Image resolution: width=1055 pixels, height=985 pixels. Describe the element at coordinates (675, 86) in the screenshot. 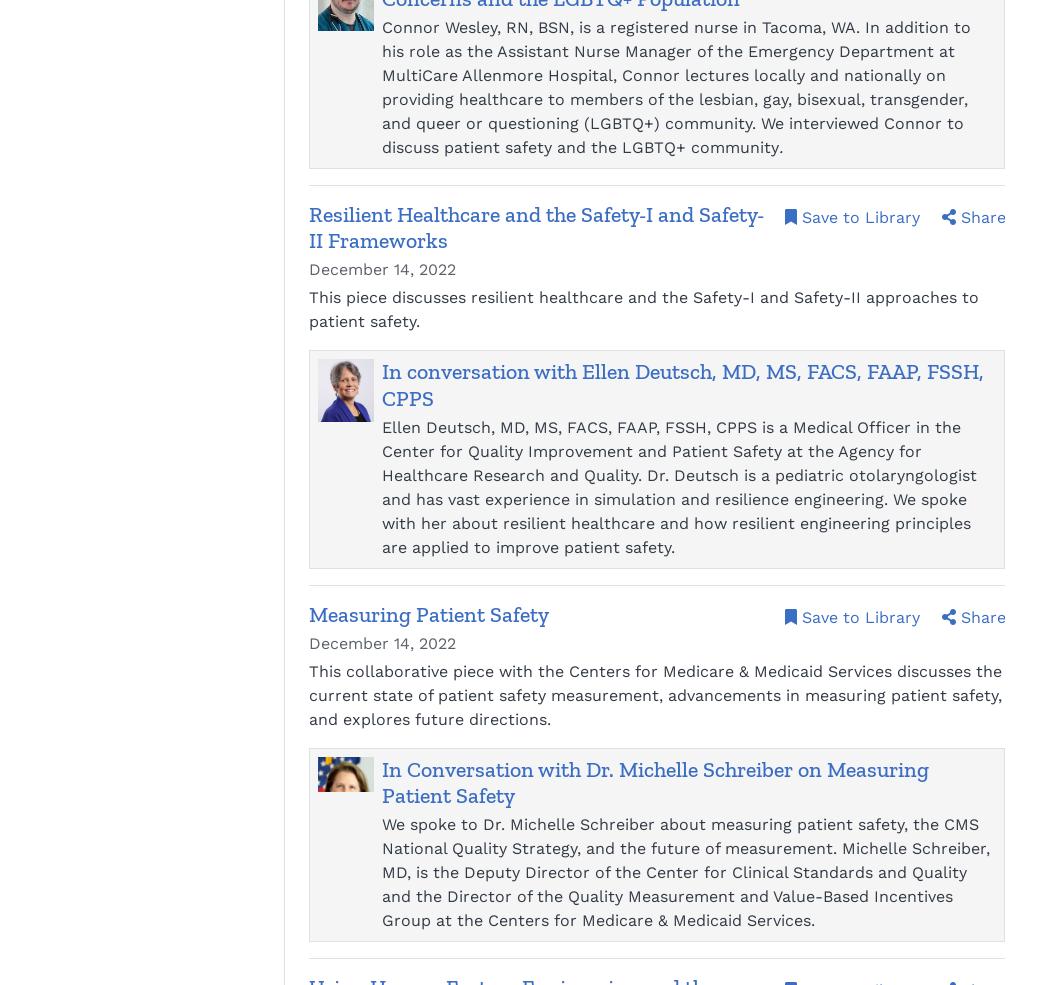

I see `'Connor Wesley, RN, BSN, is a registered nurse in Tacoma, WA. In addition to his role as the Assistant Nurse Manager of the Emergency Department at MultiCare Allenmore Hospital, Connor lectures locally and nationally on providing healthcare to members of the lesbian, gay, bisexual, transgender, and queer or questioning (LGBTQ+) community. We interviewed Connor to discuss patient safety and the LGBTQ+ community'` at that location.